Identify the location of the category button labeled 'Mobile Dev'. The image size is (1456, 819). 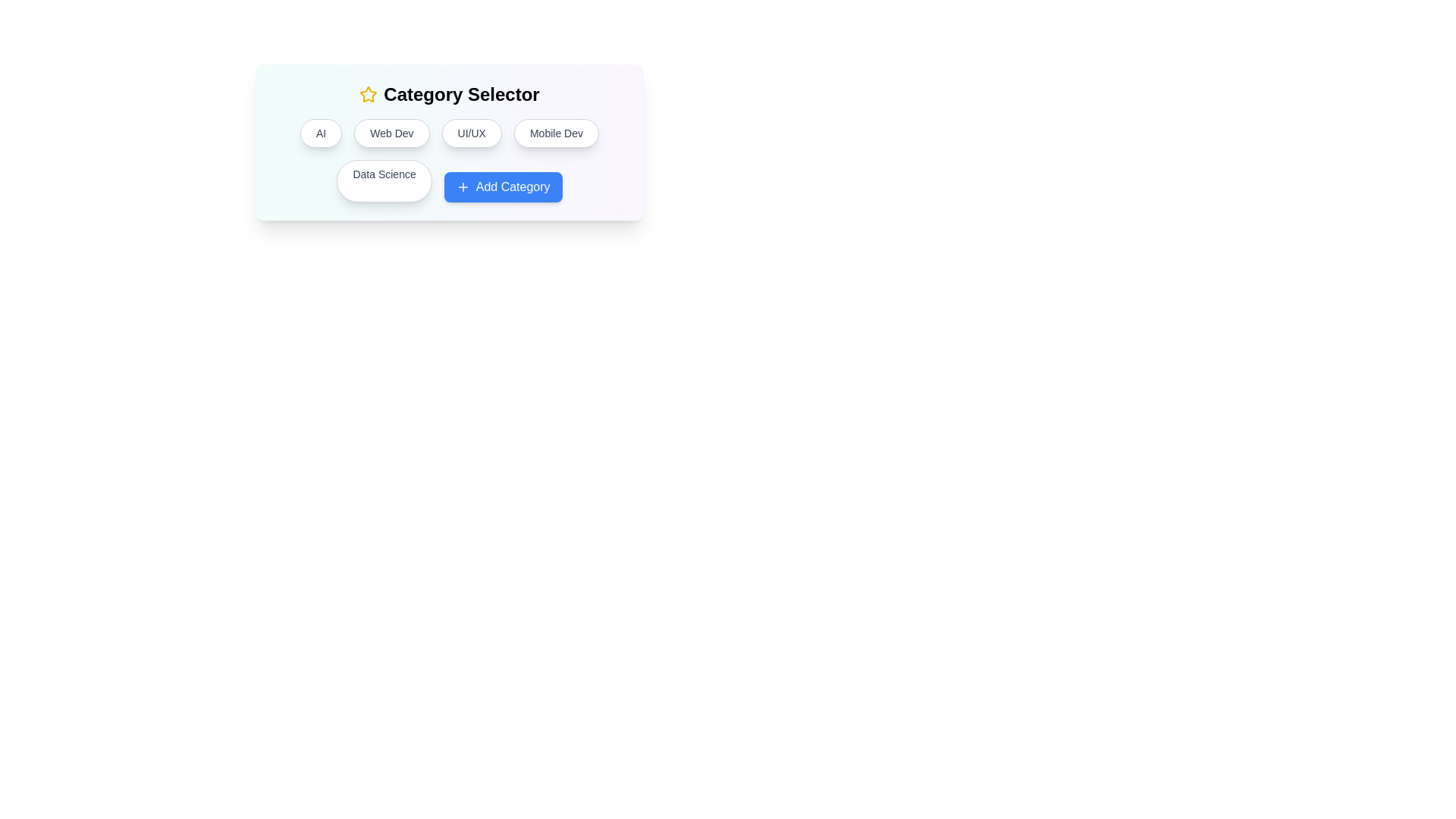
(556, 133).